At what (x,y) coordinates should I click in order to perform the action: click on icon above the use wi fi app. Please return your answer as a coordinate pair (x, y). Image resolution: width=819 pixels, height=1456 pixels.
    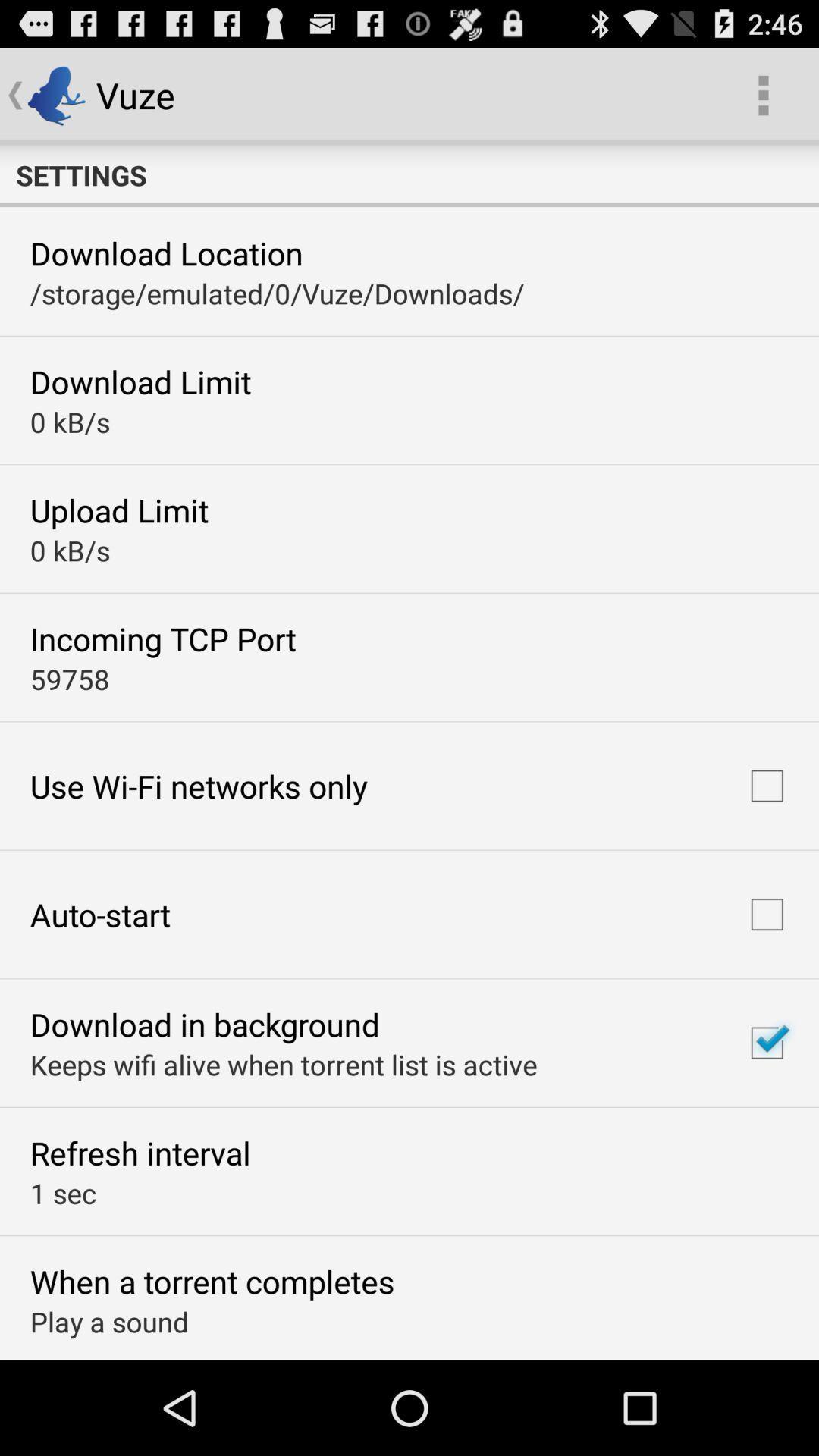
    Looking at the image, I should click on (70, 678).